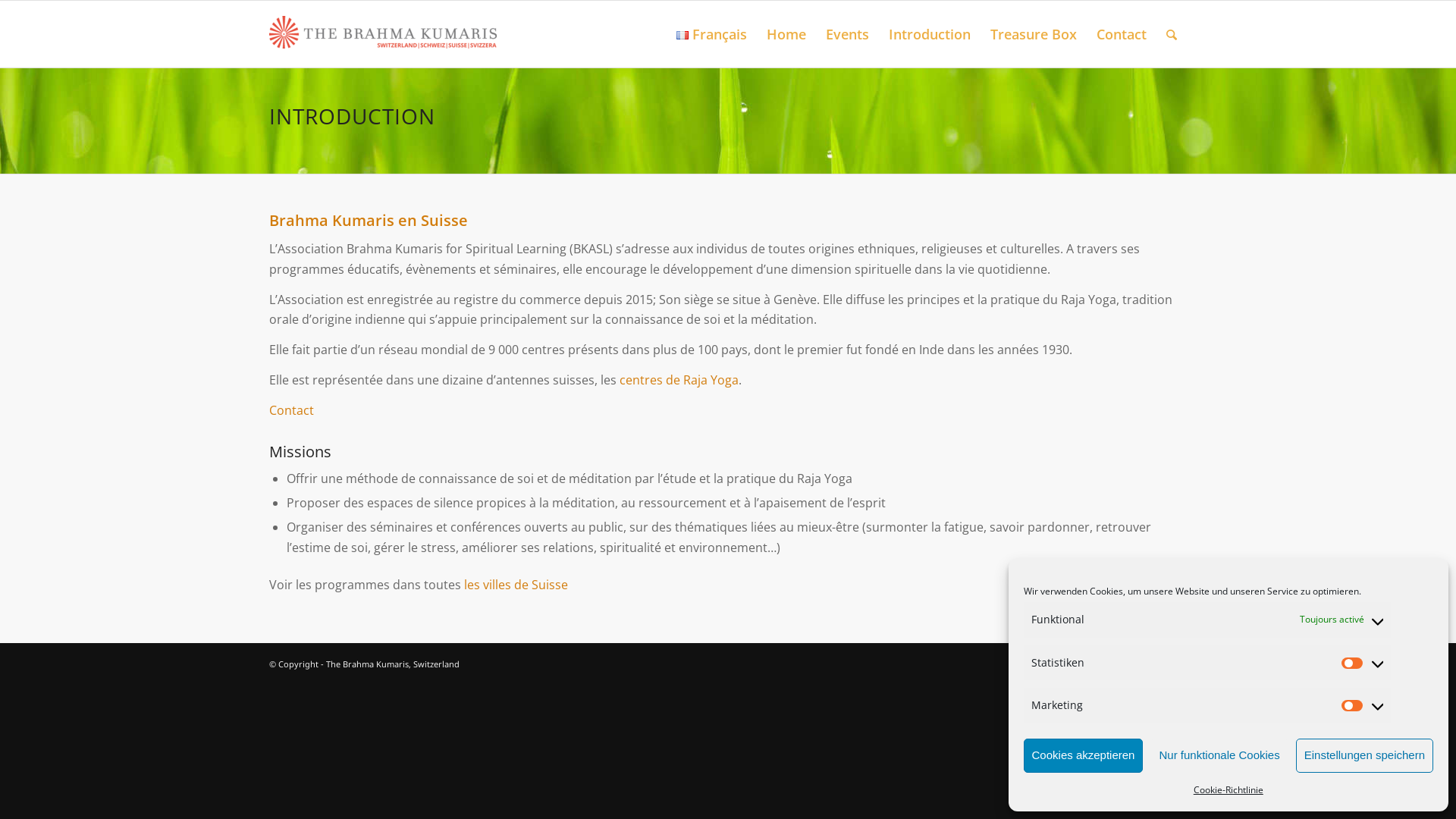 This screenshot has height=819, width=1456. What do you see at coordinates (757, 34) in the screenshot?
I see `'Home'` at bounding box center [757, 34].